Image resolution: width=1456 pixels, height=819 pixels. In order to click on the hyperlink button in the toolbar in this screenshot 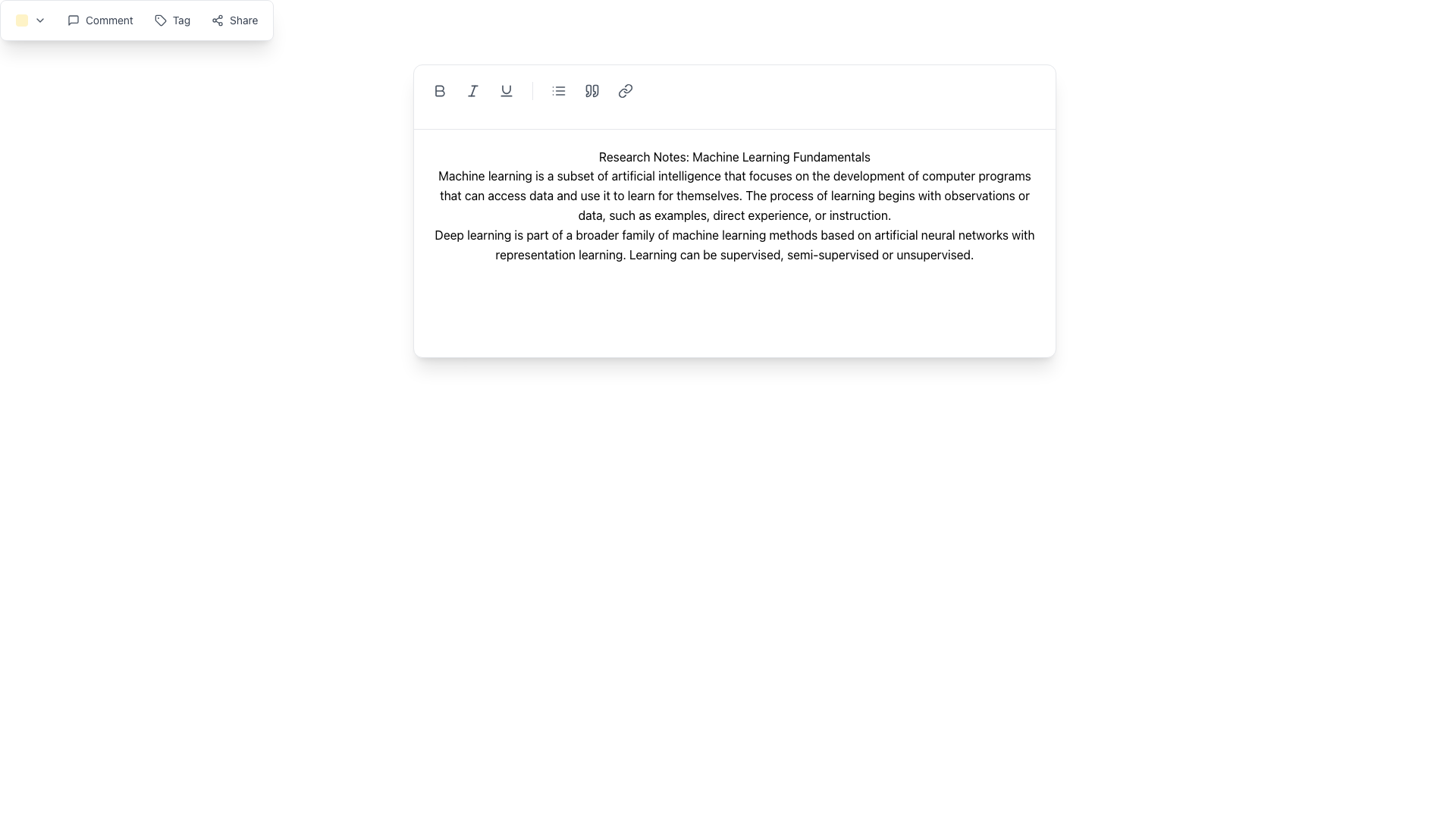, I will do `click(626, 90)`.